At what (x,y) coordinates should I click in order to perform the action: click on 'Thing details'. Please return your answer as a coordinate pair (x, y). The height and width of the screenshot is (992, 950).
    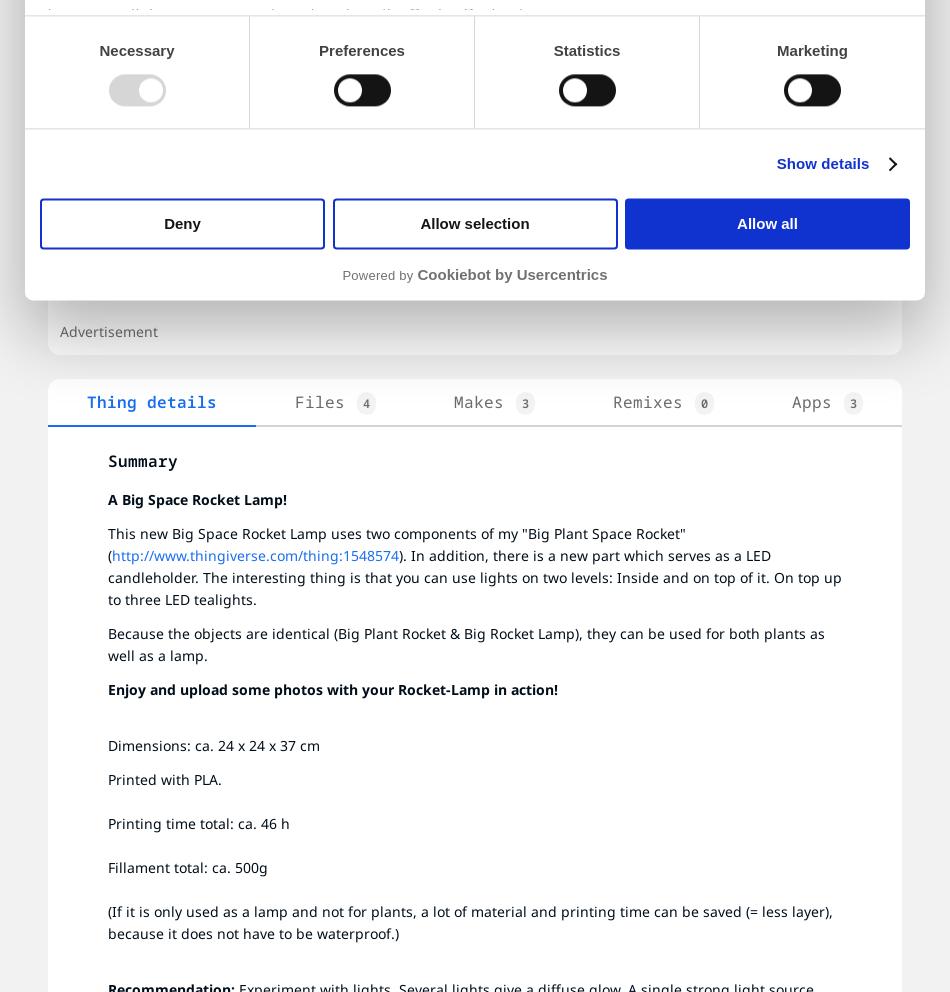
    Looking at the image, I should click on (152, 401).